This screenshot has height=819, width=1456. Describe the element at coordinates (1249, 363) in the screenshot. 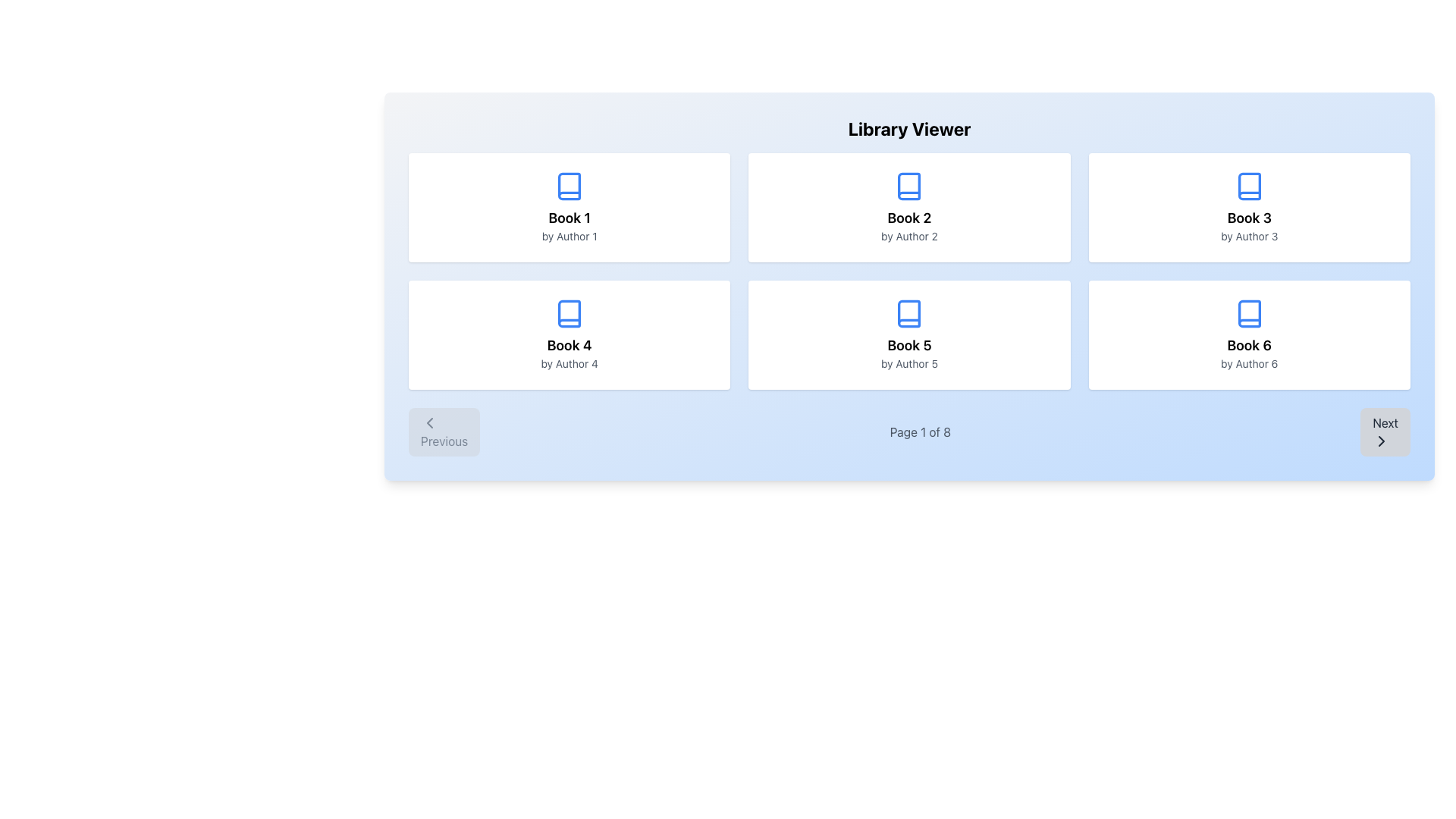

I see `the text label displaying 'by Author 6' located below 'Book 6' within the sixth card in the grid layout` at that location.